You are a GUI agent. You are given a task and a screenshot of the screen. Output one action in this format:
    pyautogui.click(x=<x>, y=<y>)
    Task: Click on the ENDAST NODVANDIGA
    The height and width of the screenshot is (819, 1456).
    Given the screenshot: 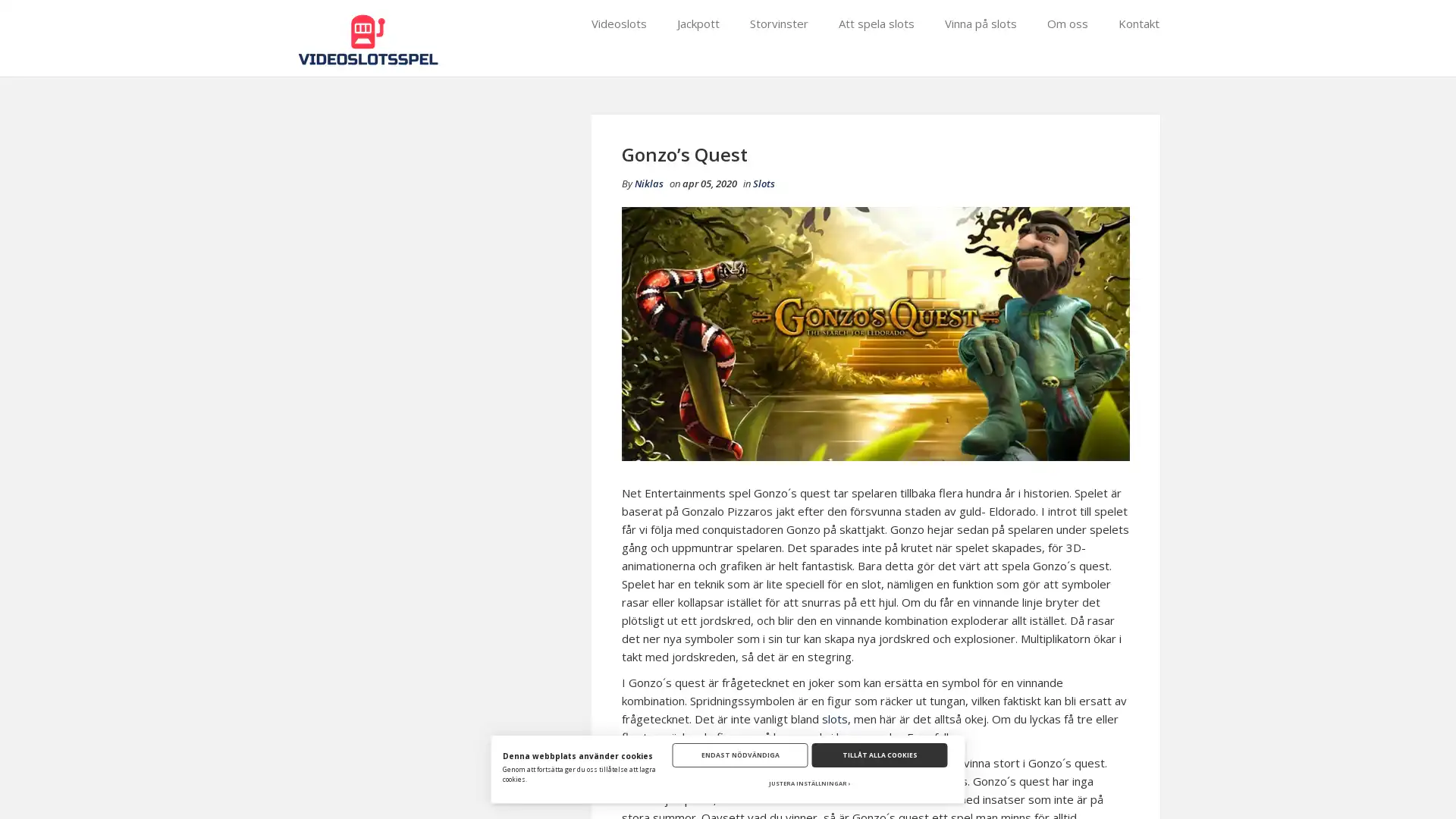 What is the action you would take?
    pyautogui.click(x=739, y=755)
    